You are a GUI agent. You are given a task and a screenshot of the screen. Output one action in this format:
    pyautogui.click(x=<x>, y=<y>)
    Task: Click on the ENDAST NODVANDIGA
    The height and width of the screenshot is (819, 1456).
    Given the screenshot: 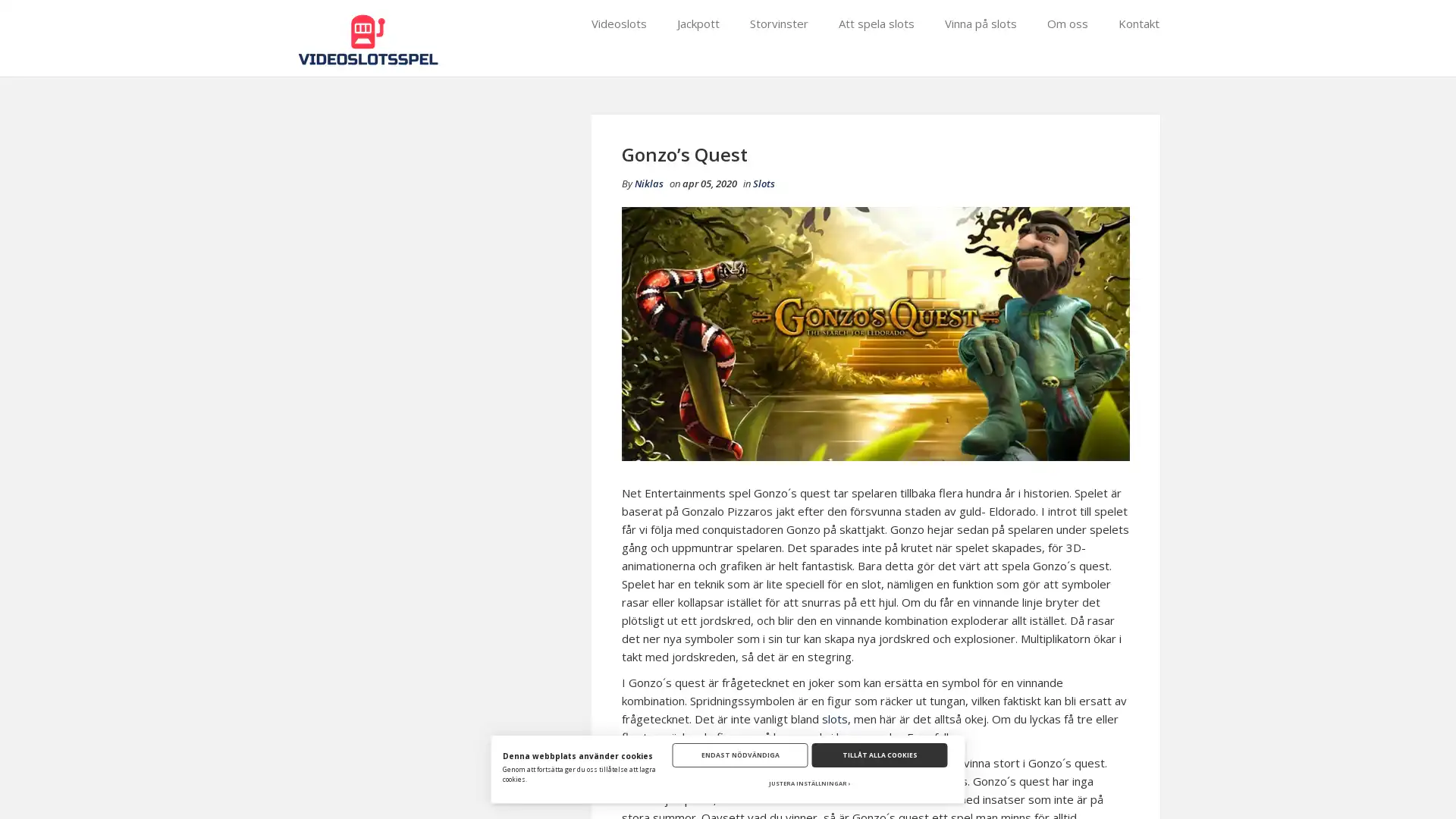 What is the action you would take?
    pyautogui.click(x=739, y=755)
    